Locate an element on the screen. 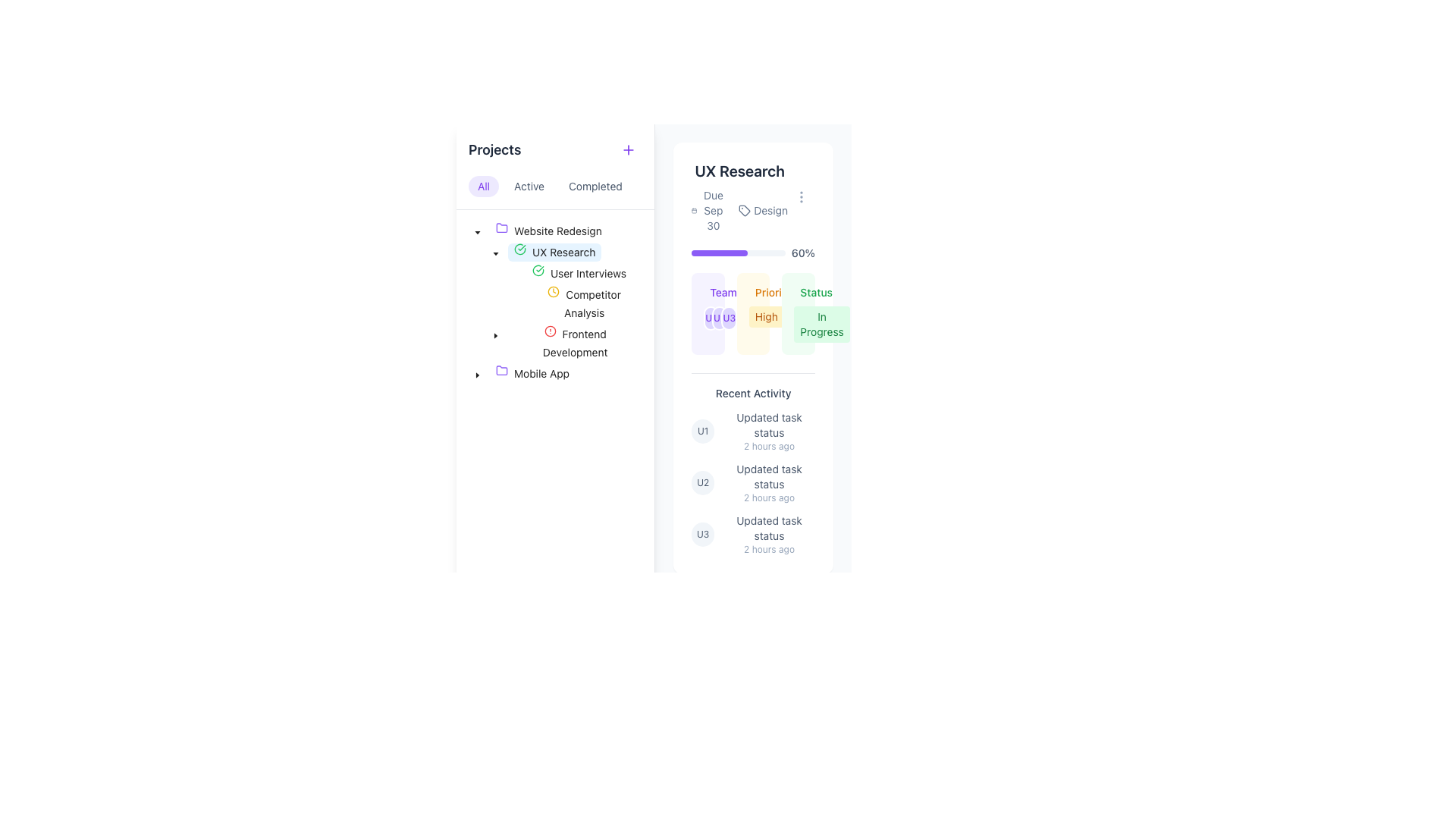 The height and width of the screenshot is (819, 1456). the 'UX Research' tree menu item, which is a textual item with a green checkmark indicating an active state, located is located at coordinates (535, 251).